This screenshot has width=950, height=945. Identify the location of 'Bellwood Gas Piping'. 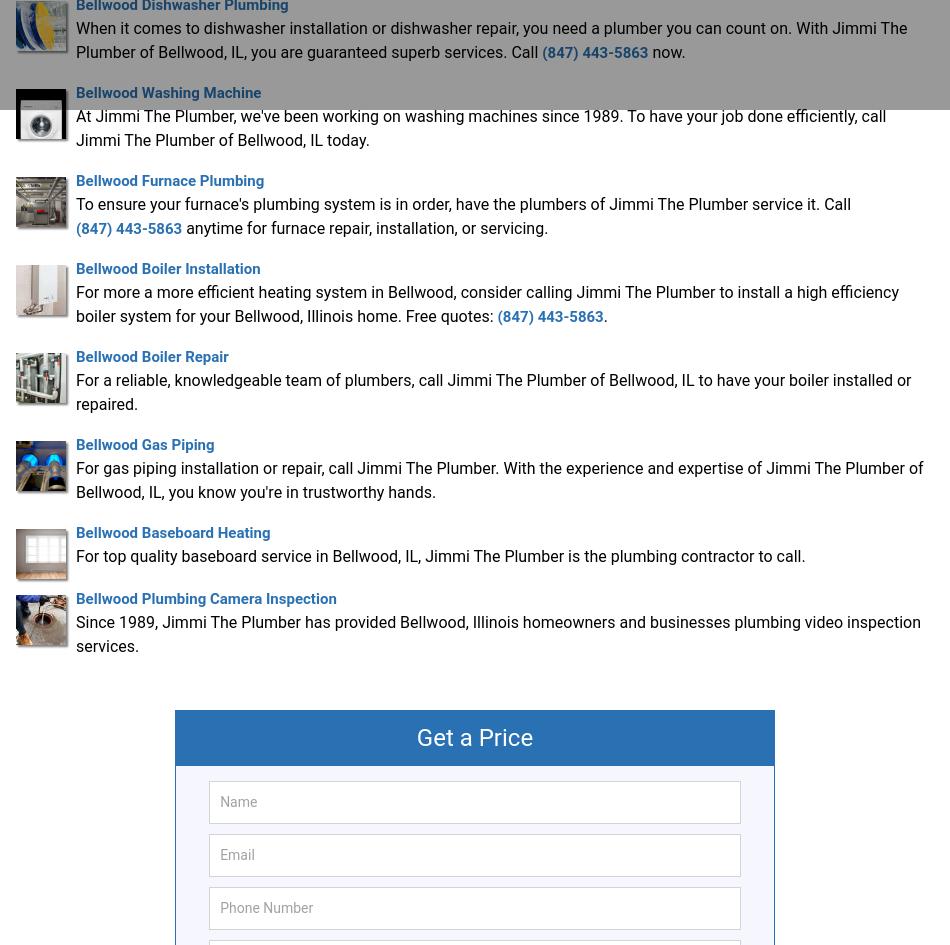
(144, 443).